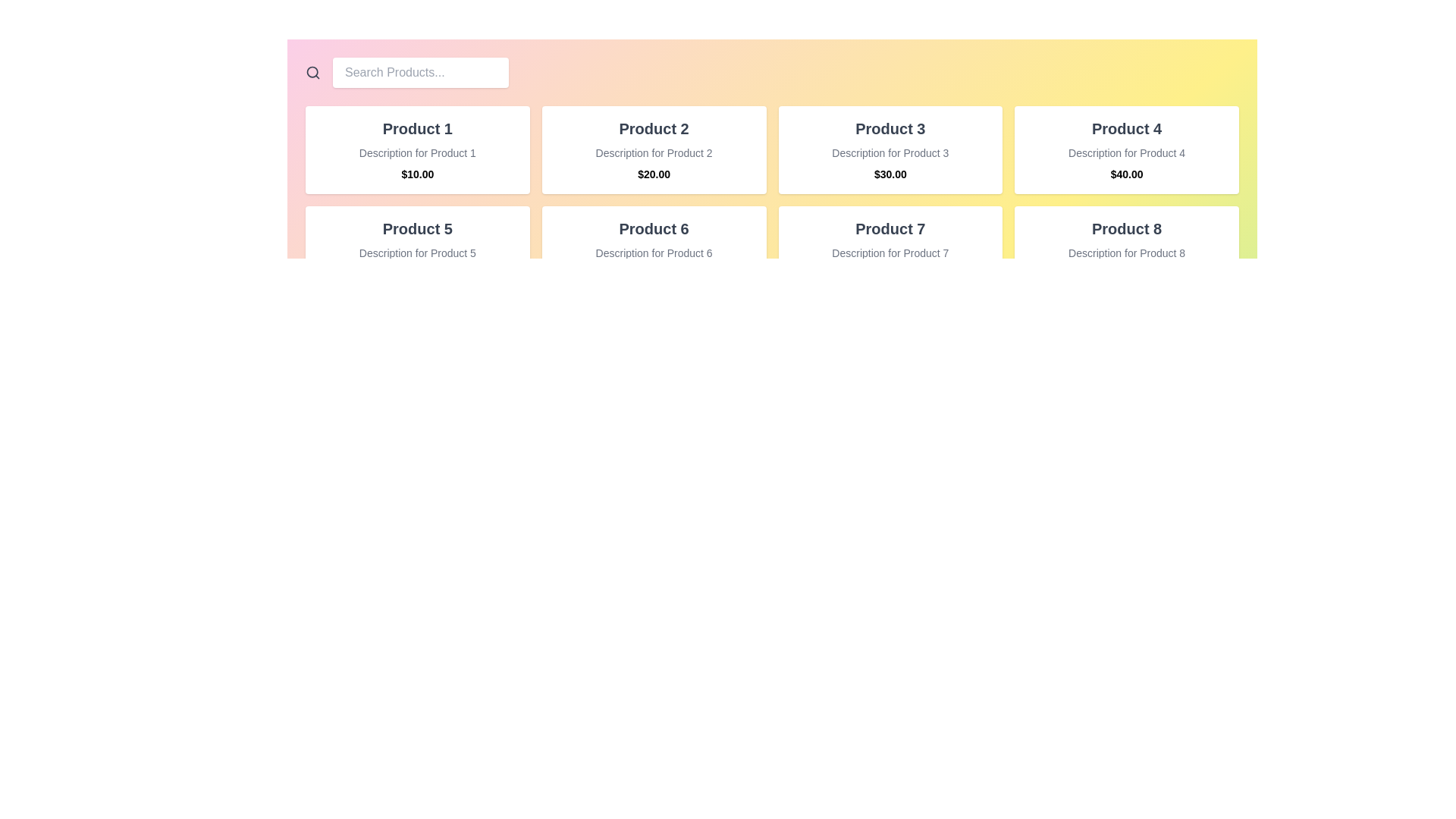  I want to click on the text label displaying '$40.00', which is bold and positioned below the description for 'Product 4', so click(1127, 174).